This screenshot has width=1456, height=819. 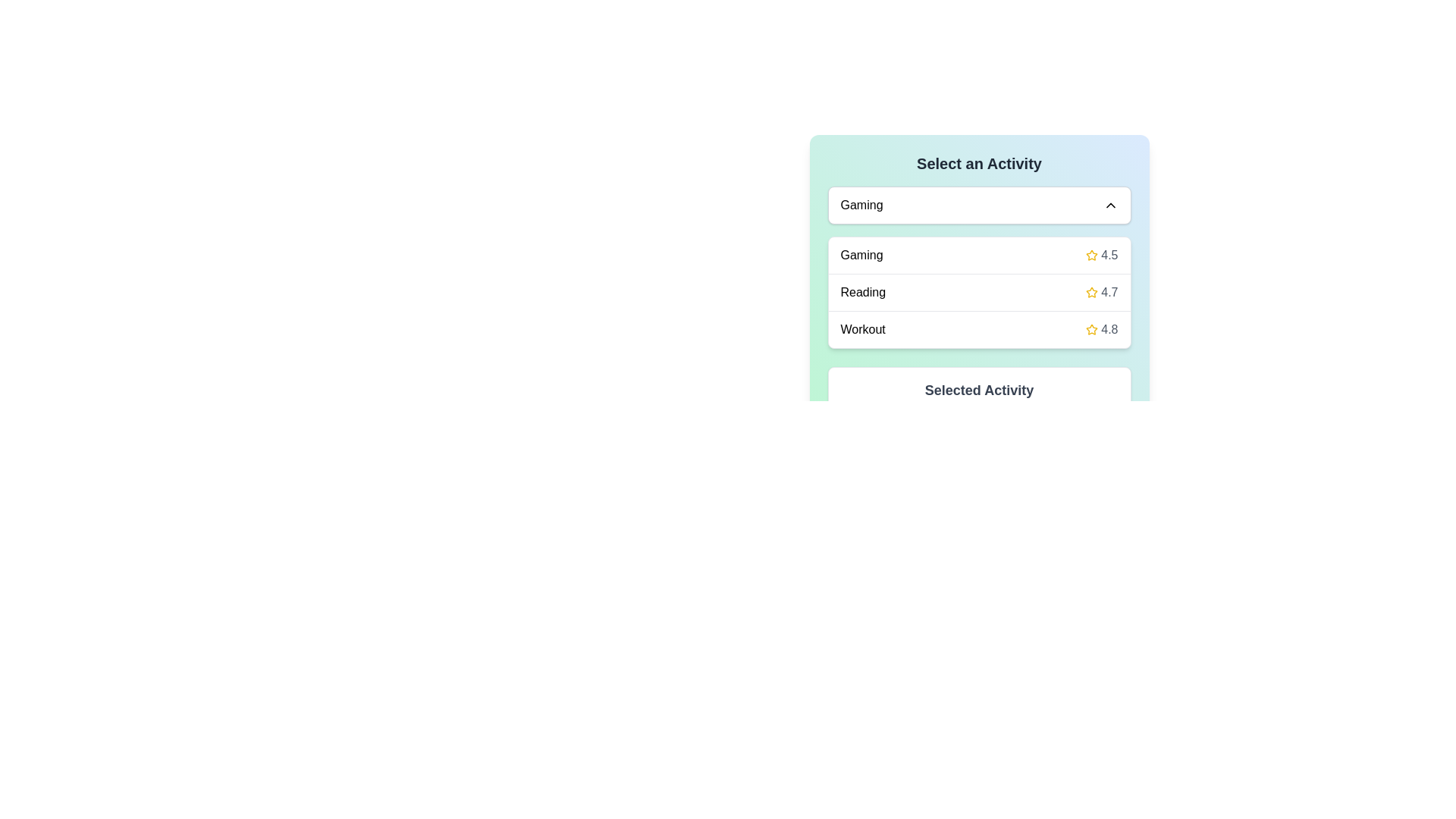 I want to click on the 'Gaming' text label, which is displayed in a standard sans-serif font, styled in black on a white background, located near the top of a dropdown menu interface, so click(x=861, y=205).